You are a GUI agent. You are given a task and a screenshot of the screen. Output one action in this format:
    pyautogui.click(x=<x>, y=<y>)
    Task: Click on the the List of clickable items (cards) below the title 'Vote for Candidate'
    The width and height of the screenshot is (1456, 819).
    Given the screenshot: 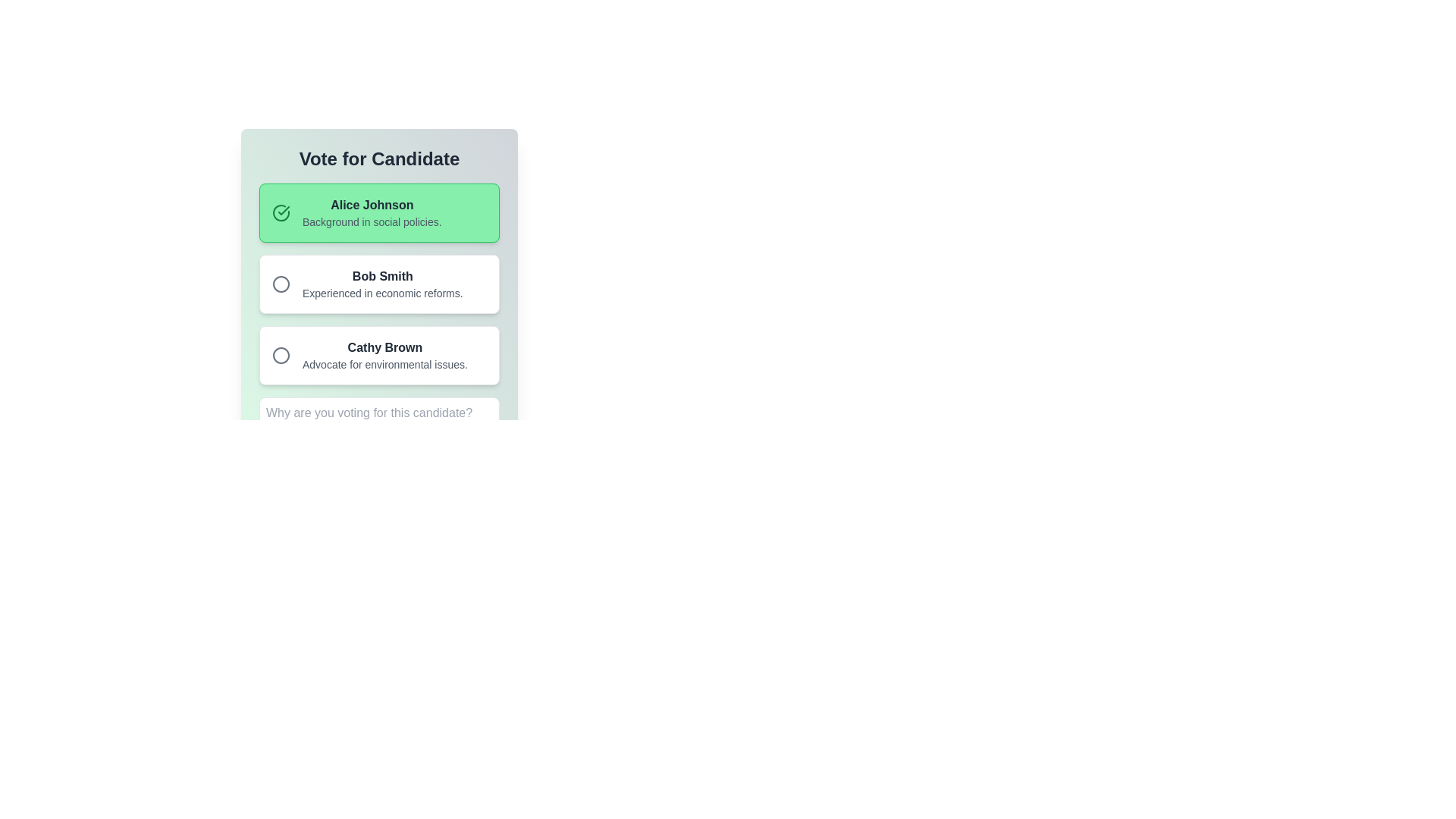 What is the action you would take?
    pyautogui.click(x=379, y=284)
    